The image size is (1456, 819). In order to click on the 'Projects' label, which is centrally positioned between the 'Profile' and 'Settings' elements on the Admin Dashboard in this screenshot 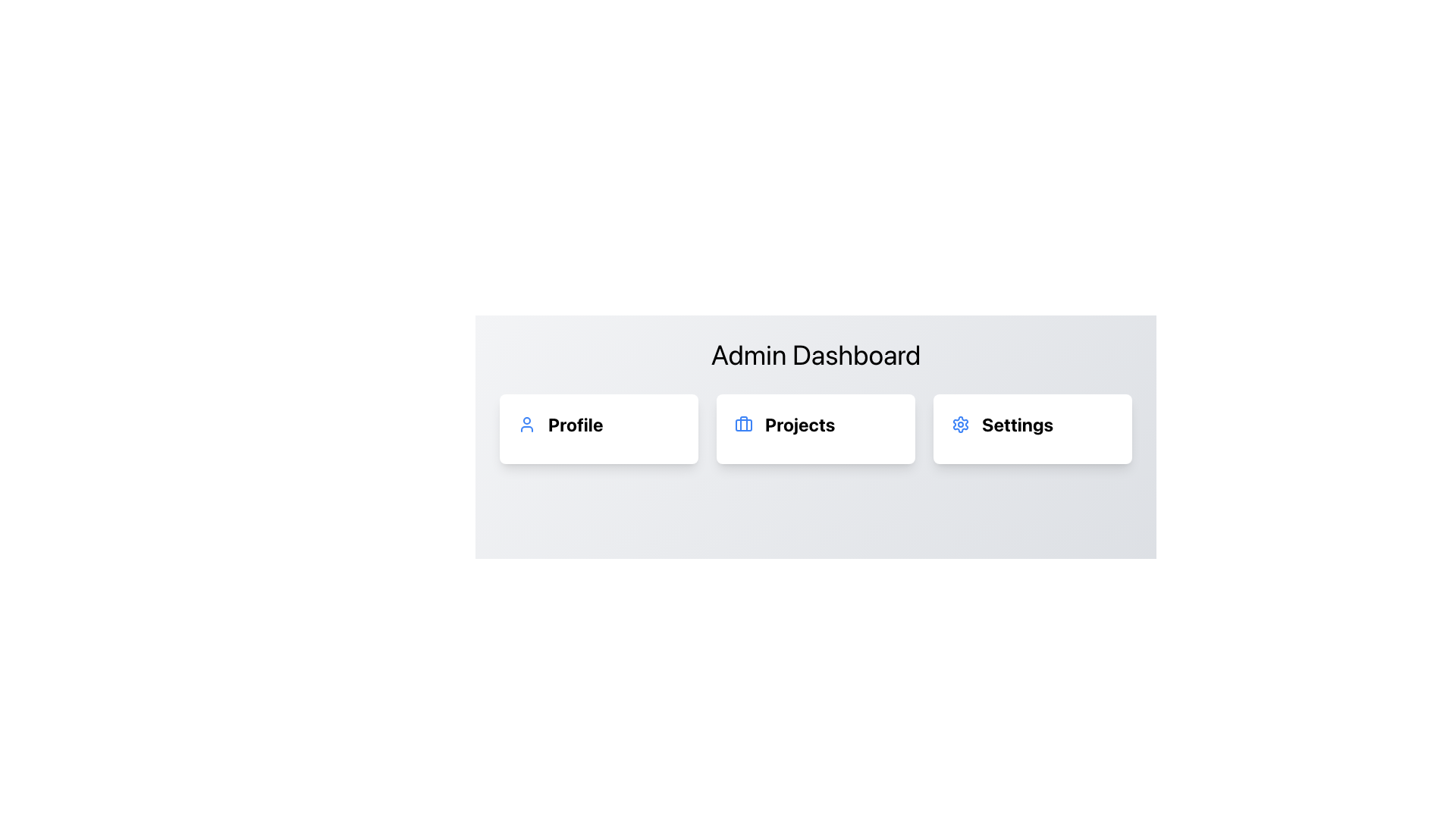, I will do `click(814, 424)`.